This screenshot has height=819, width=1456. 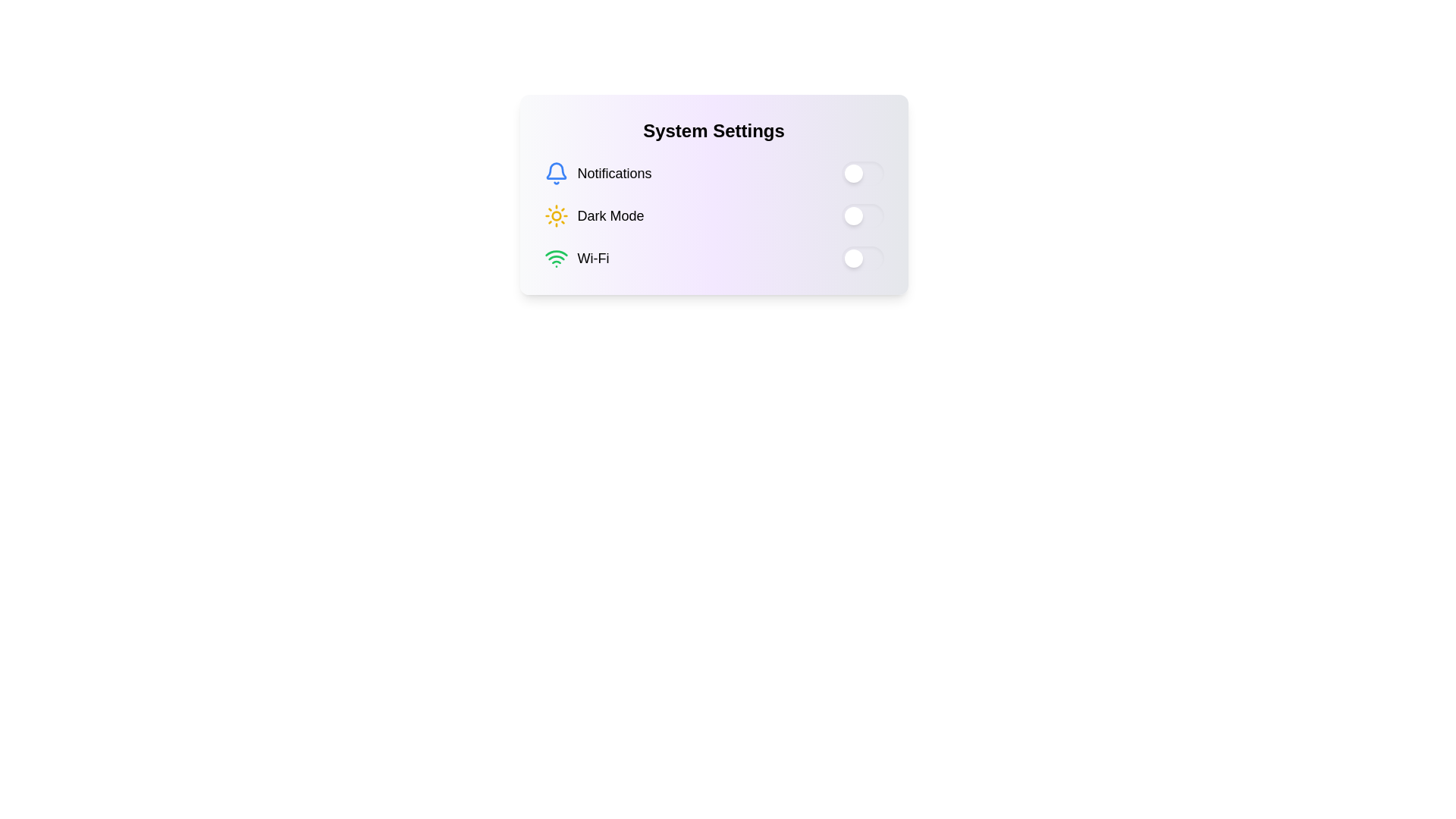 I want to click on the toggle switch for notifications in the System Settings panel, so click(x=862, y=172).